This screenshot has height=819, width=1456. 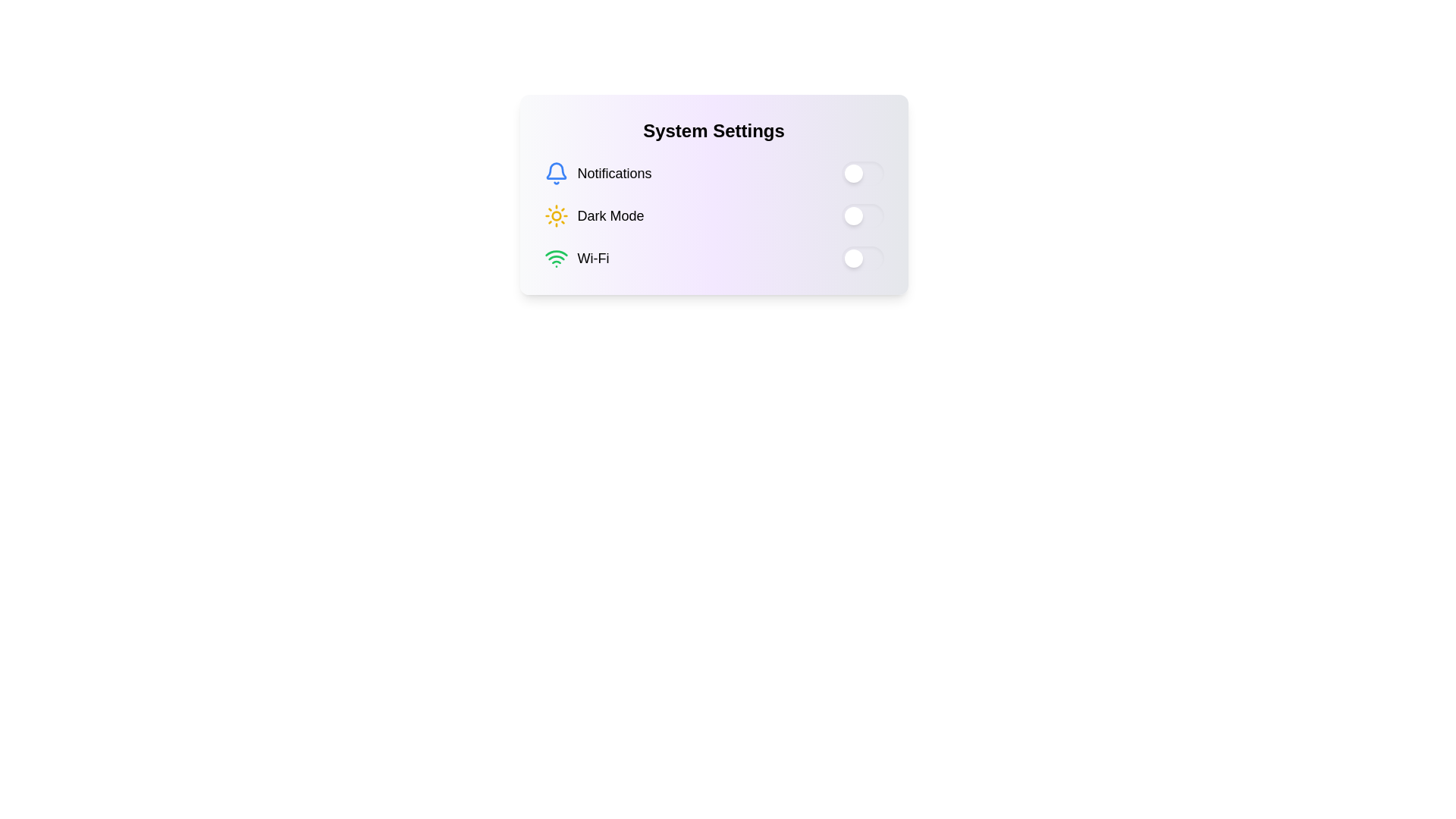 I want to click on the toggle switch for notifications in the System Settings panel, so click(x=862, y=172).